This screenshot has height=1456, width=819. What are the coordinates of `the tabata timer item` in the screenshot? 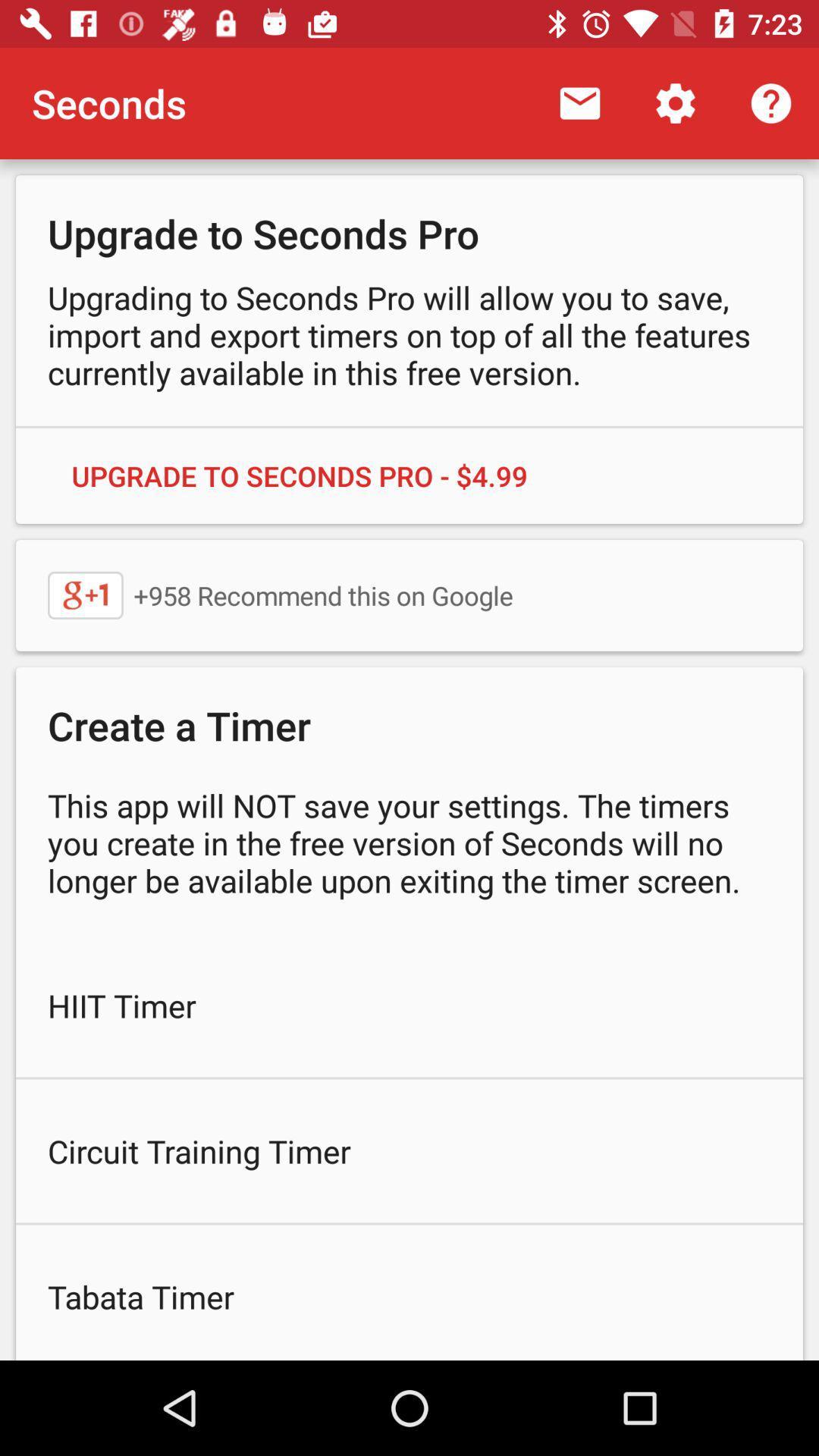 It's located at (409, 1291).